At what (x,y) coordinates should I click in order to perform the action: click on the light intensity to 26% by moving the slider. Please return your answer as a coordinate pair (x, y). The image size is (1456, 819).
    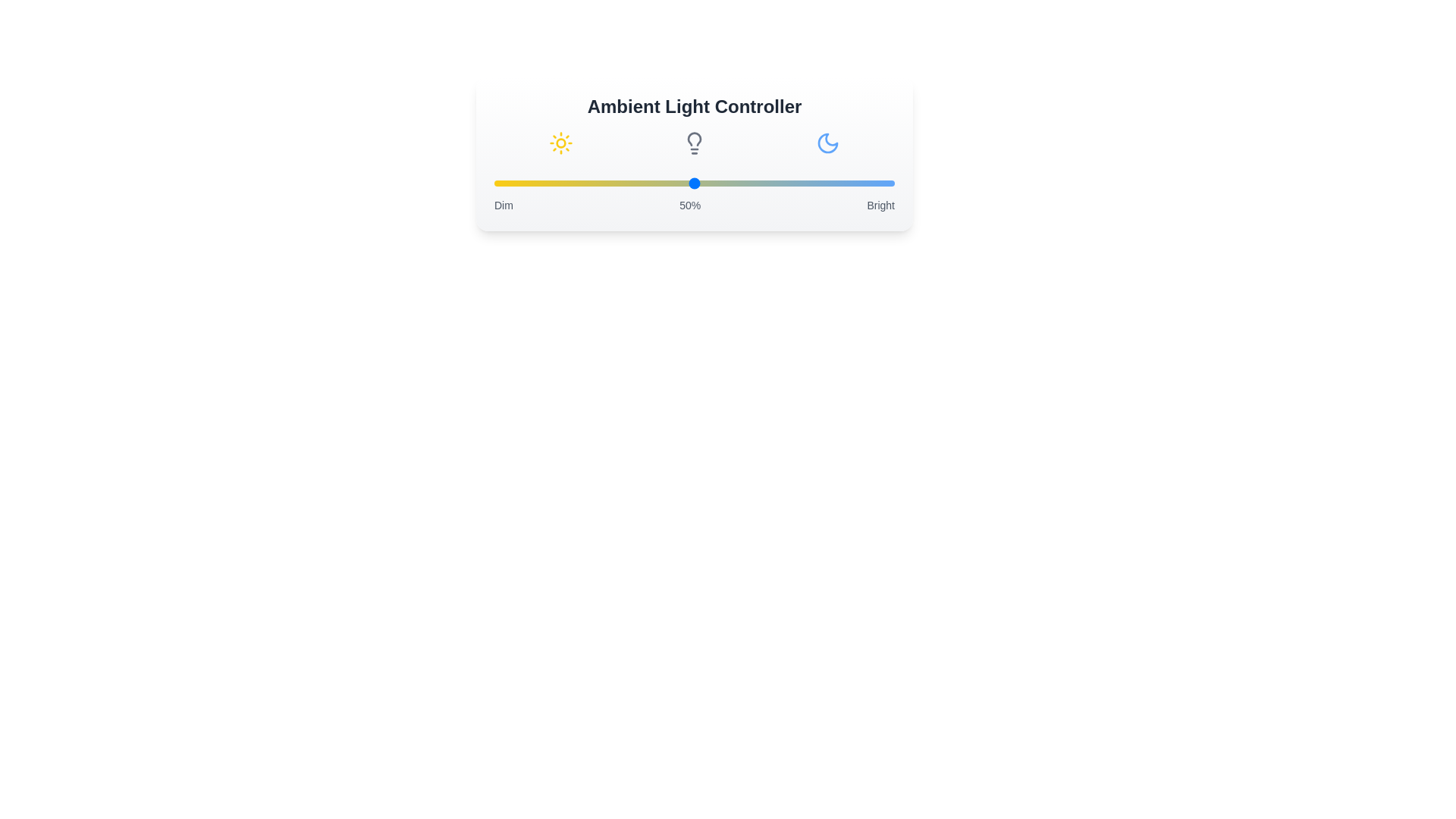
    Looking at the image, I should click on (598, 183).